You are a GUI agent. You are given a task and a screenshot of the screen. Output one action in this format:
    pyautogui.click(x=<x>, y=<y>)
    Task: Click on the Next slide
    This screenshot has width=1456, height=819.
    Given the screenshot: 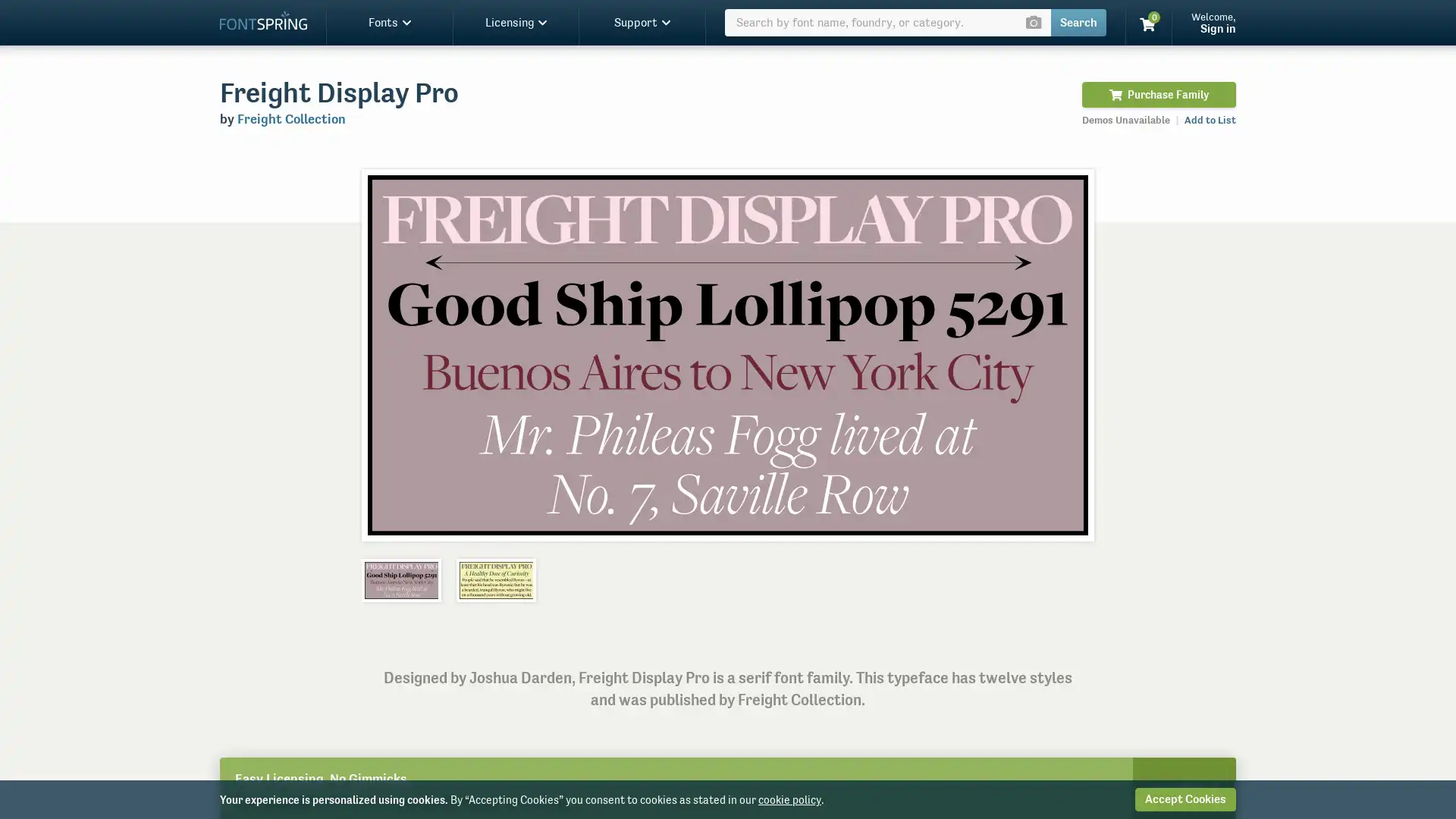 What is the action you would take?
    pyautogui.click(x=1065, y=354)
    